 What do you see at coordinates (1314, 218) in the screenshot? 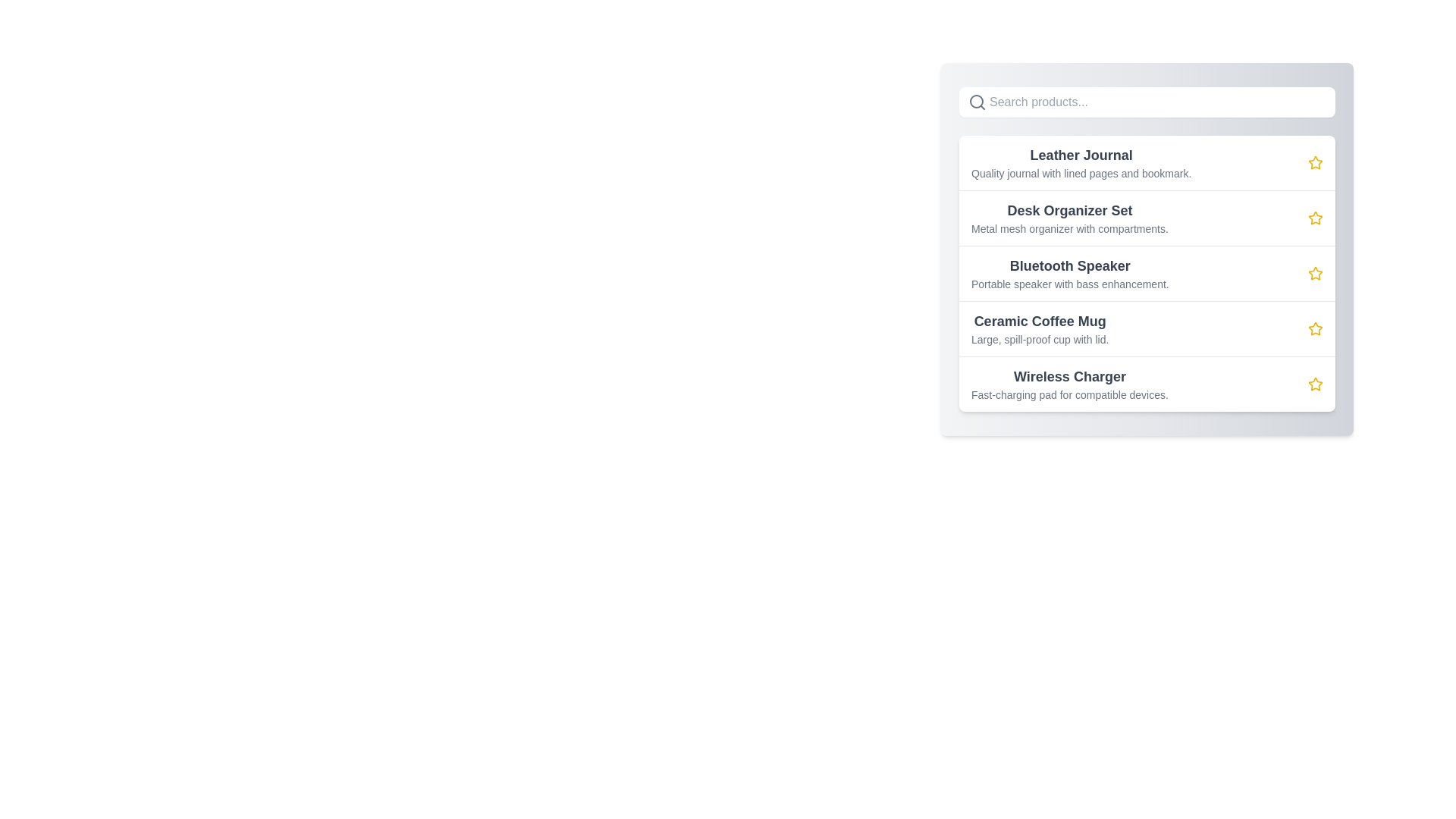
I see `the yellow star icon located to the far right of the row containing the title 'Desk Organizer Set' and description 'Metal mesh organizer with compartments.'` at bounding box center [1314, 218].